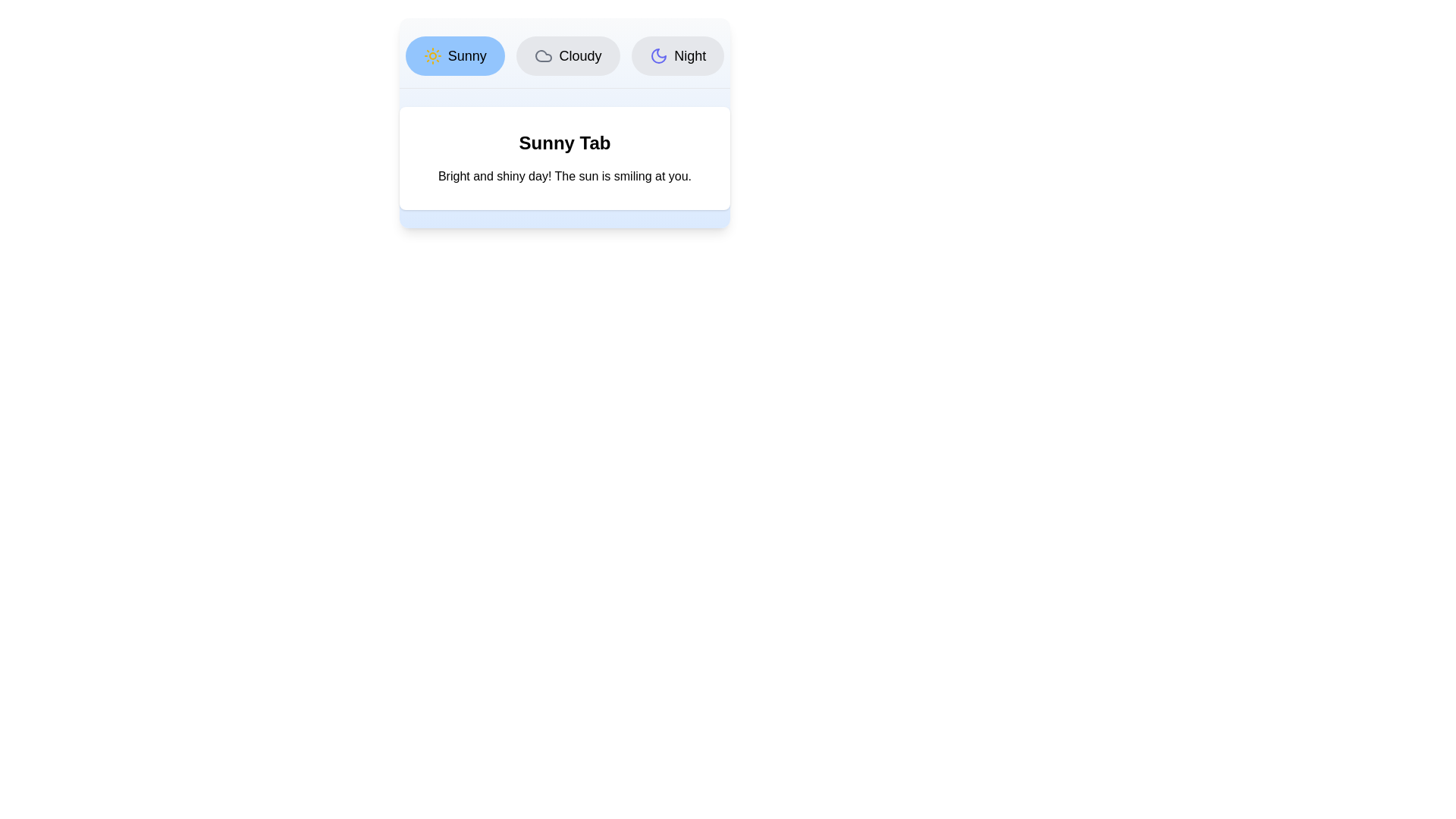 The image size is (1456, 819). I want to click on the icon of the Cloudy tab to visually inspect it, so click(544, 55).